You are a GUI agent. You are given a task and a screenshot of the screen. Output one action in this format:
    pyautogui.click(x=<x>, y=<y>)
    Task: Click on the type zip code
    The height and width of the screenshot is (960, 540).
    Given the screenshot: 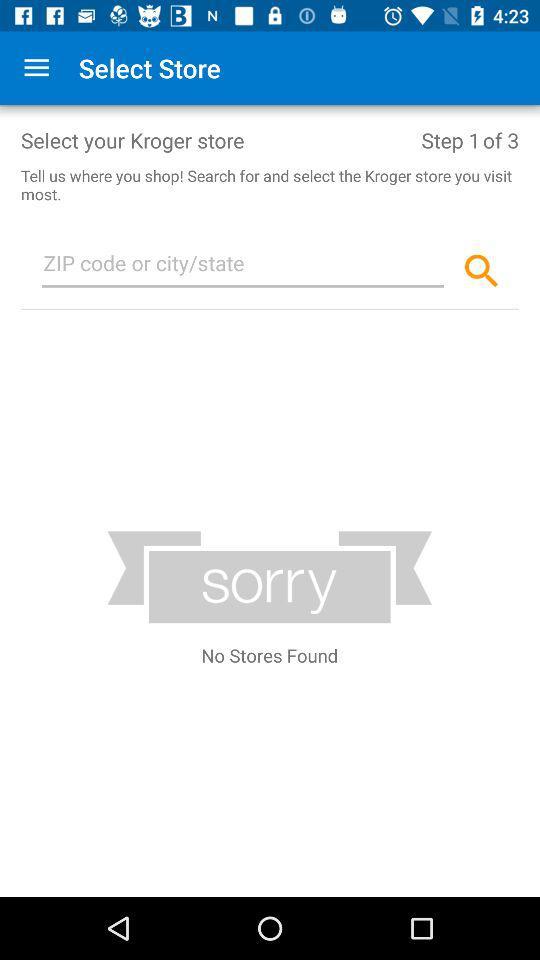 What is the action you would take?
    pyautogui.click(x=243, y=266)
    